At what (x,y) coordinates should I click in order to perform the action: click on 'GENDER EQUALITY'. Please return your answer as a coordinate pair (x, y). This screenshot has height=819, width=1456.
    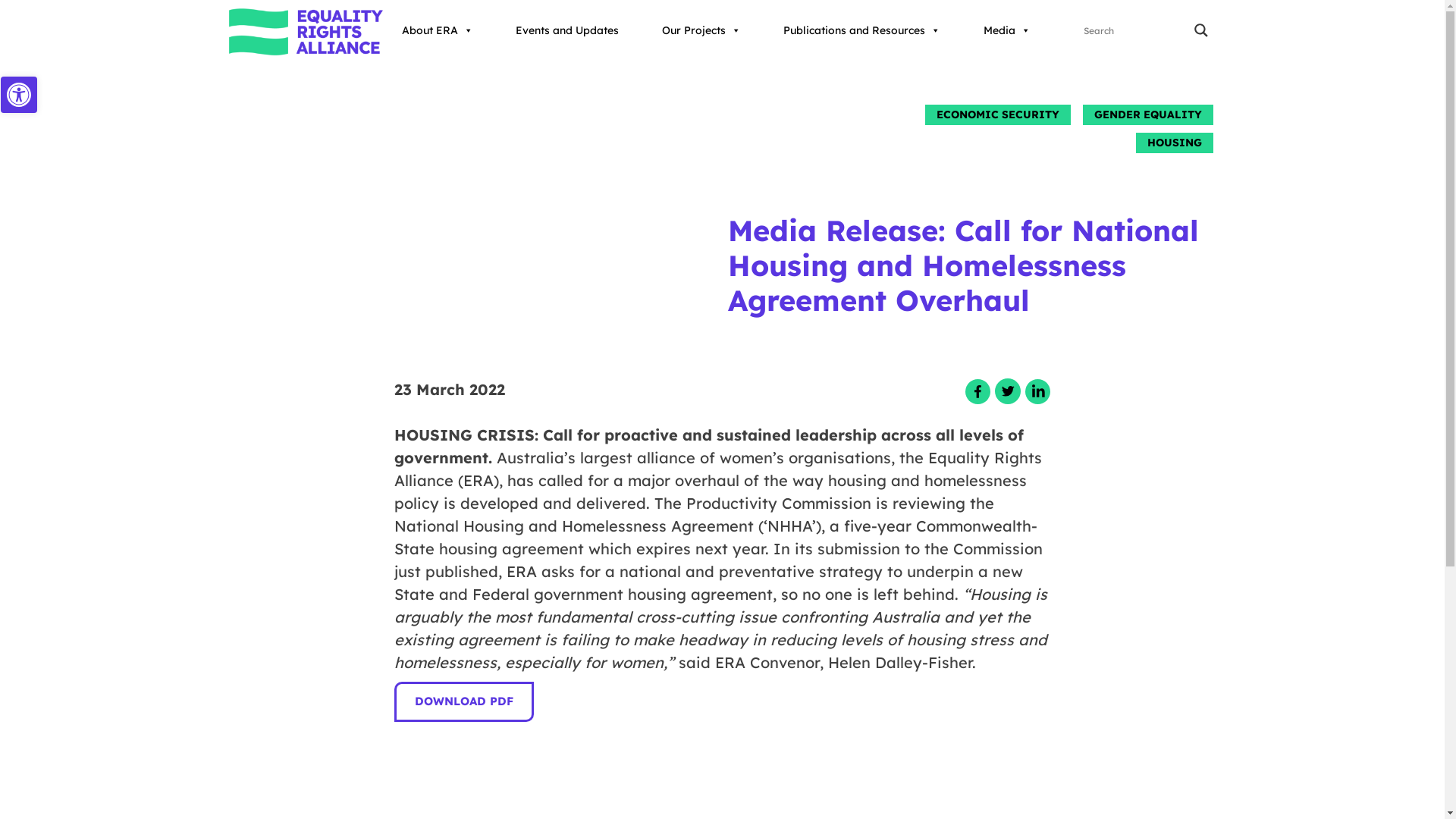
    Looking at the image, I should click on (1082, 114).